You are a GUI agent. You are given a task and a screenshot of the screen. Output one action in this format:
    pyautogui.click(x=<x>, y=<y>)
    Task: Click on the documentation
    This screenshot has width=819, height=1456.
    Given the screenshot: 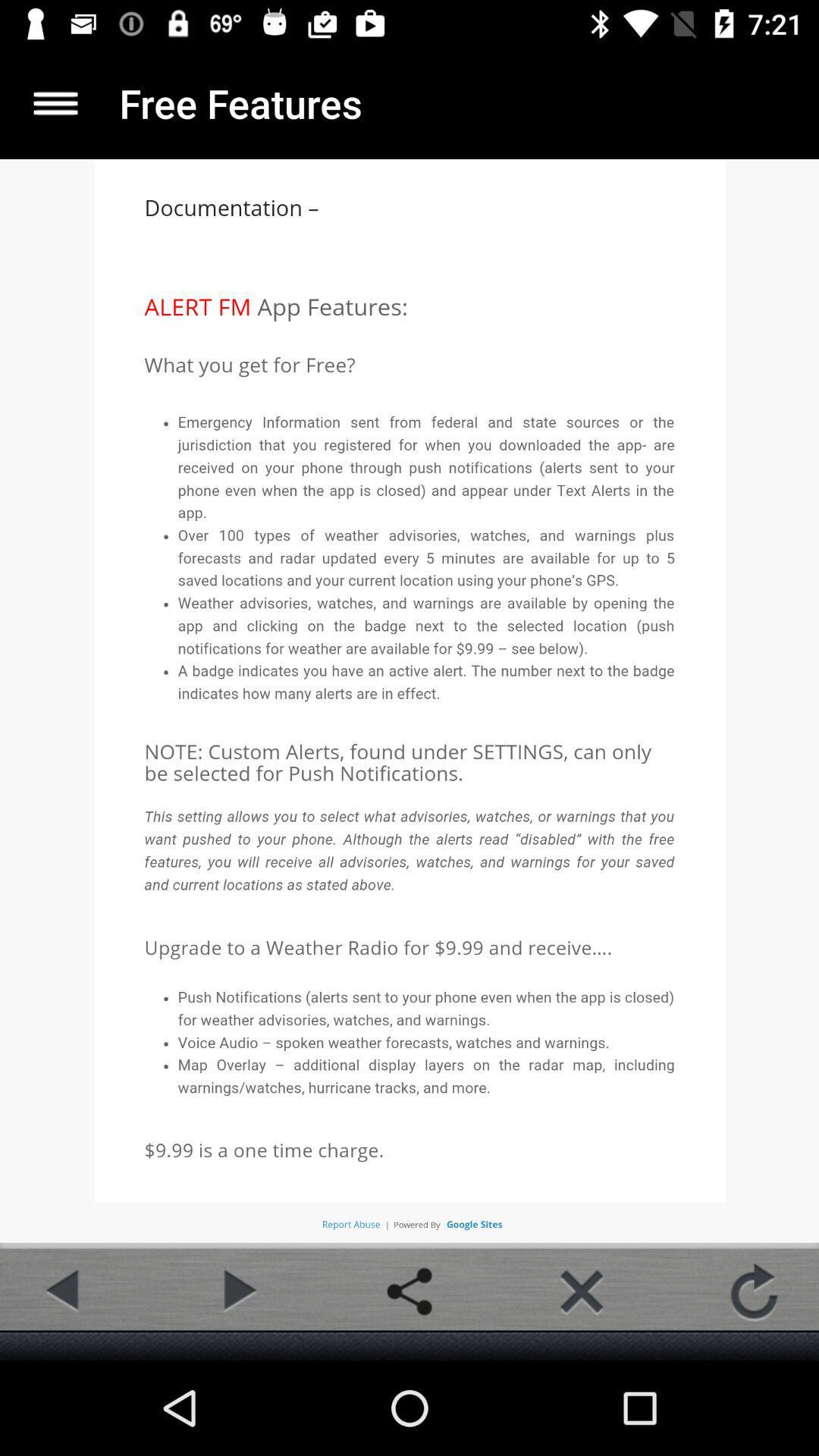 What is the action you would take?
    pyautogui.click(x=55, y=102)
    